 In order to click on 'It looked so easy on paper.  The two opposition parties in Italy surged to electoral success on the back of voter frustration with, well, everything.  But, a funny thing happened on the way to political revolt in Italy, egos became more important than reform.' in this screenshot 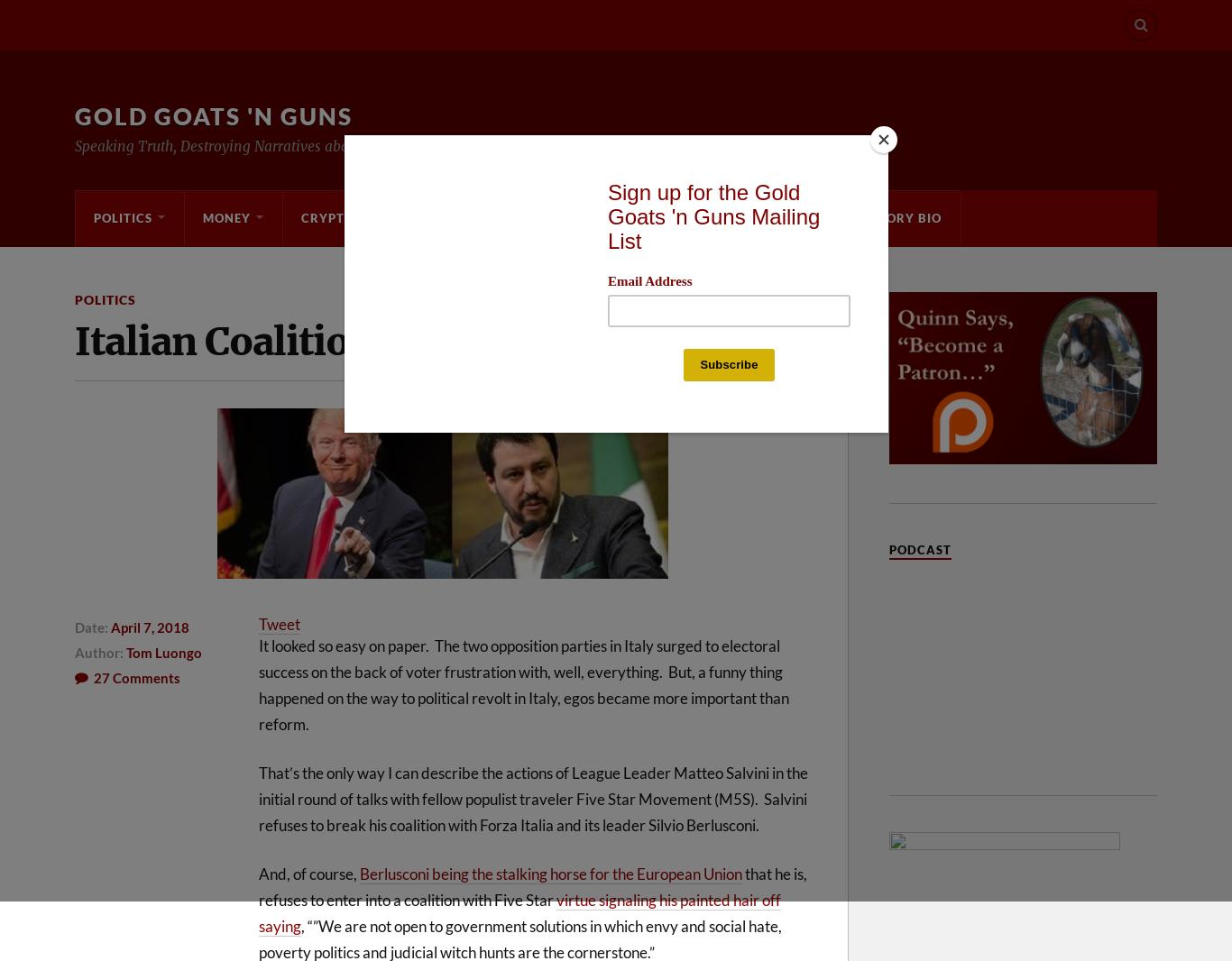, I will do `click(522, 682)`.